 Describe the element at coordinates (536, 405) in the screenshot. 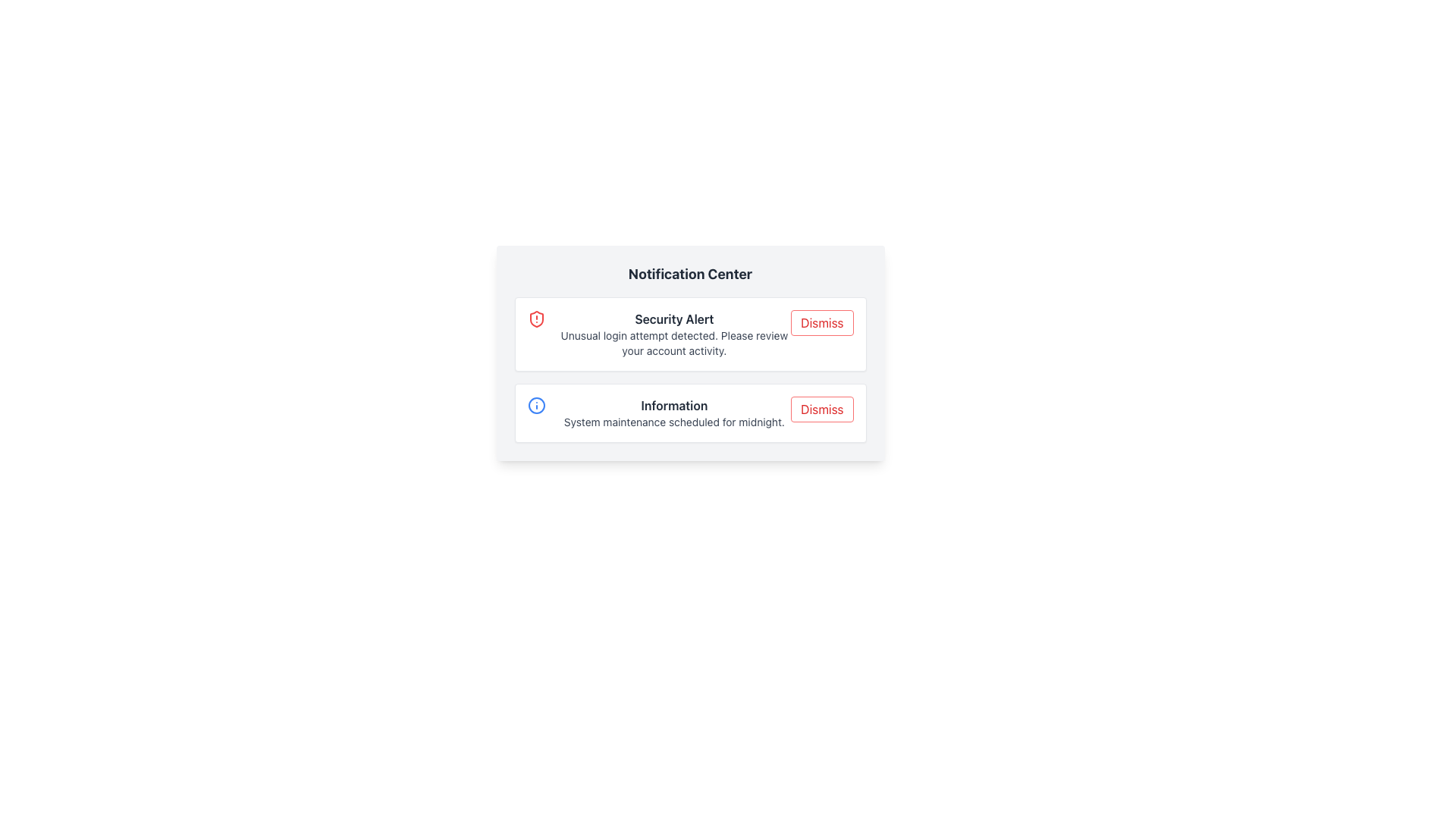

I see `the informational icon located at the far left of the notification box labeled 'Information: System maintenance scheduled for midnight.'` at that location.